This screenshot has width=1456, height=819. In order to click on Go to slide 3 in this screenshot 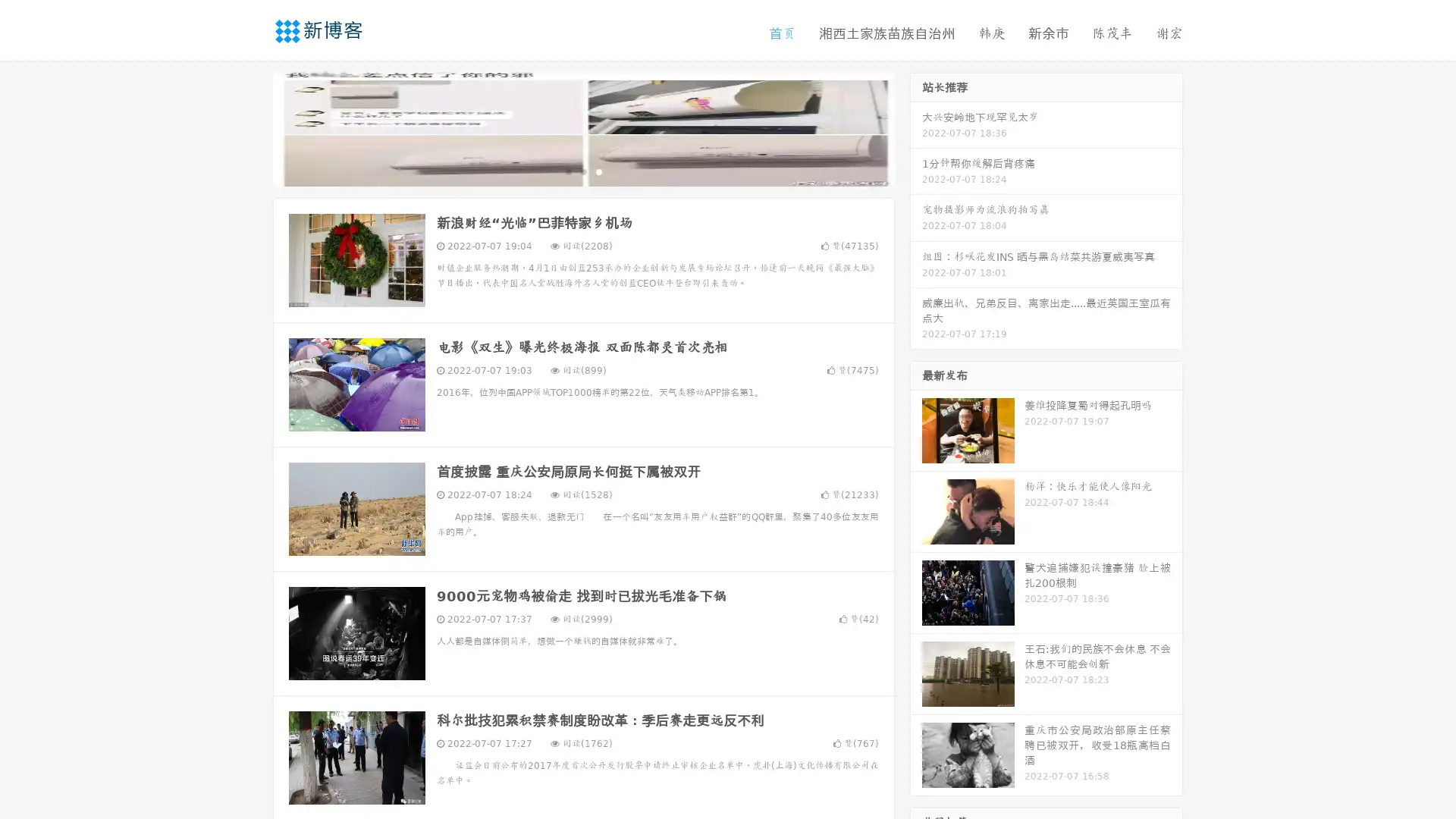, I will do `click(598, 171)`.